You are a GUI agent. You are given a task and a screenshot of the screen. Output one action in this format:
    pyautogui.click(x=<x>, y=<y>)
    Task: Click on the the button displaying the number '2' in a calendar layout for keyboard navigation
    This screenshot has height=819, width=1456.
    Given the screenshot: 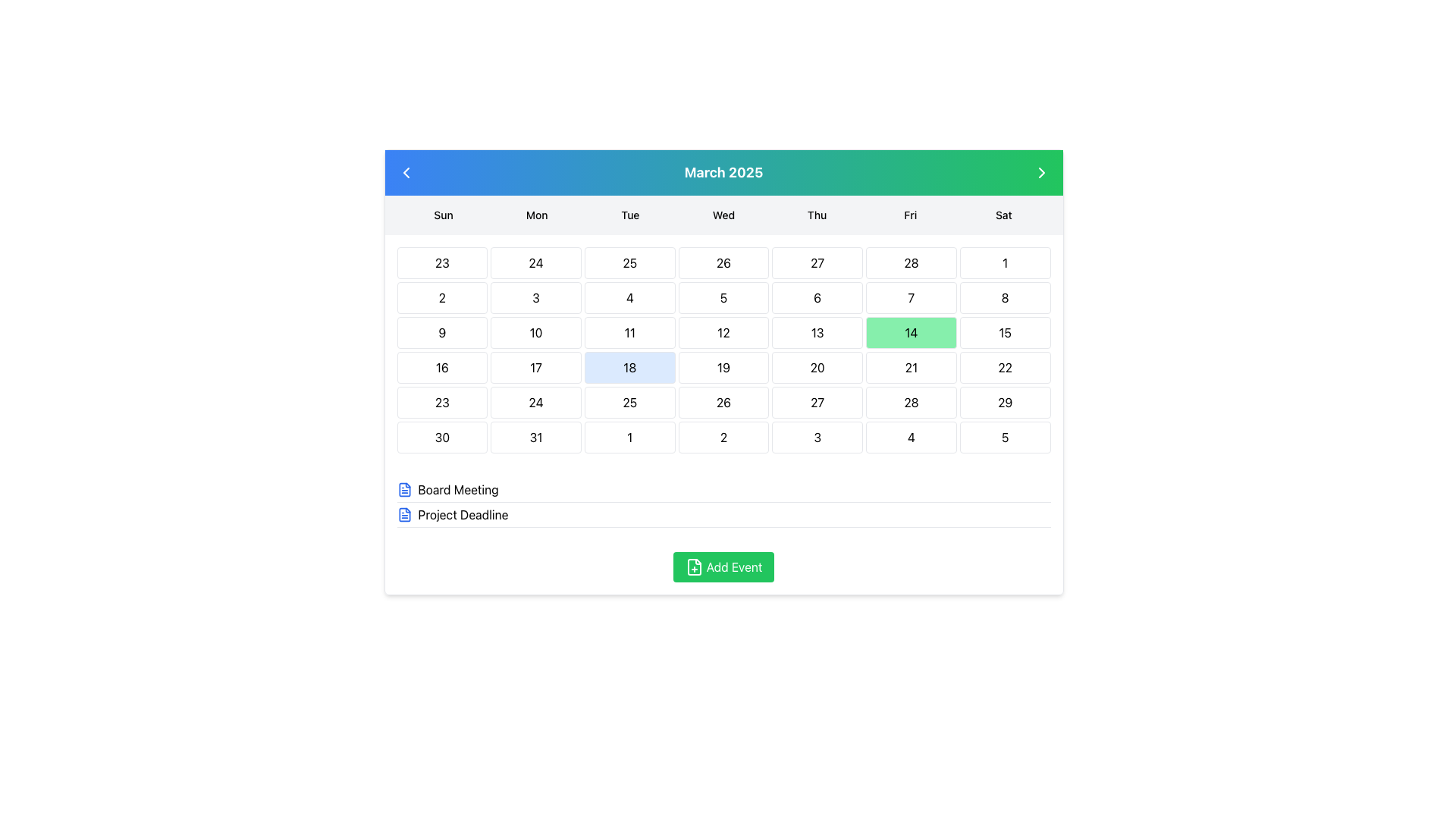 What is the action you would take?
    pyautogui.click(x=723, y=438)
    